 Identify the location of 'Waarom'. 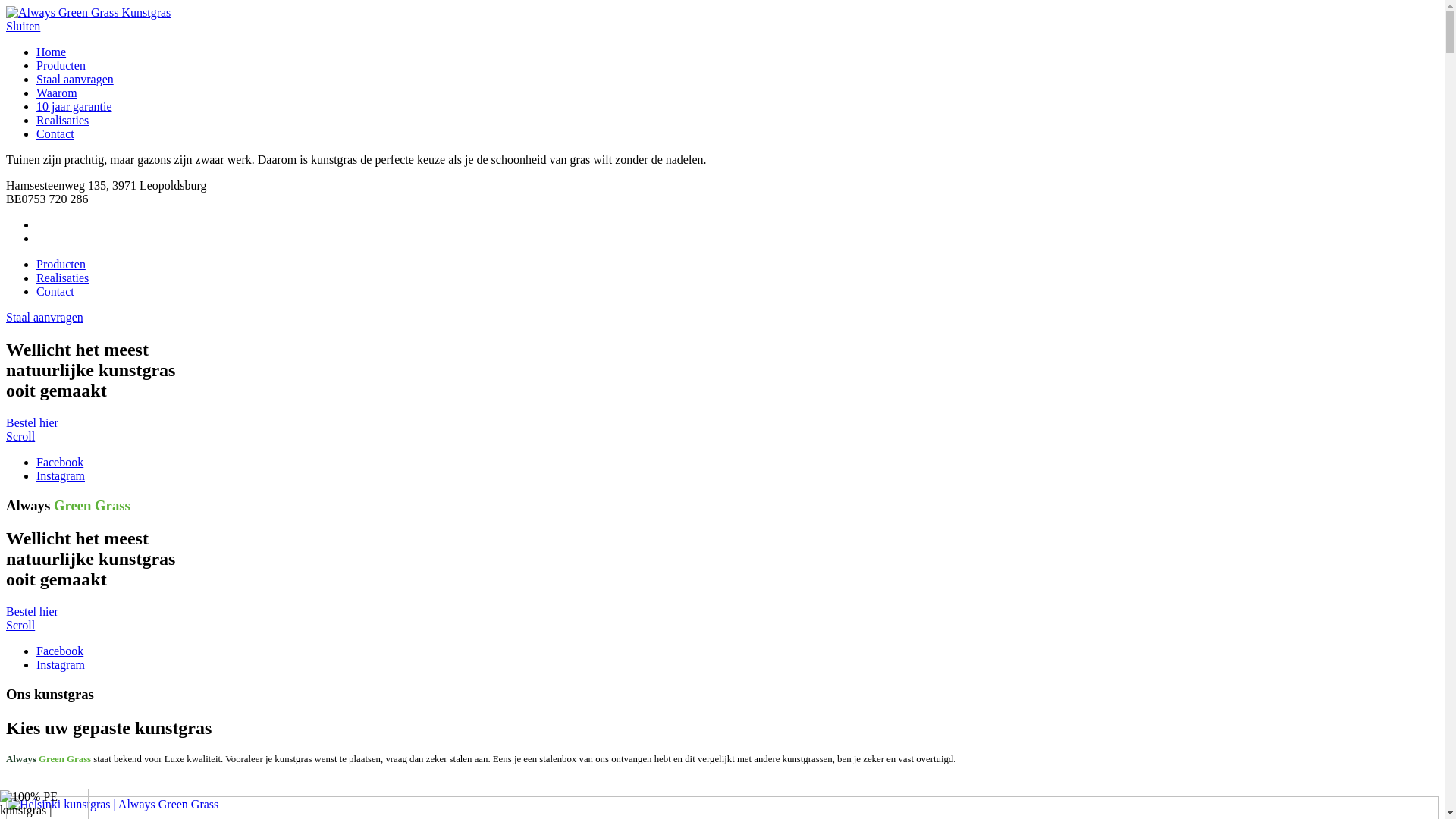
(57, 93).